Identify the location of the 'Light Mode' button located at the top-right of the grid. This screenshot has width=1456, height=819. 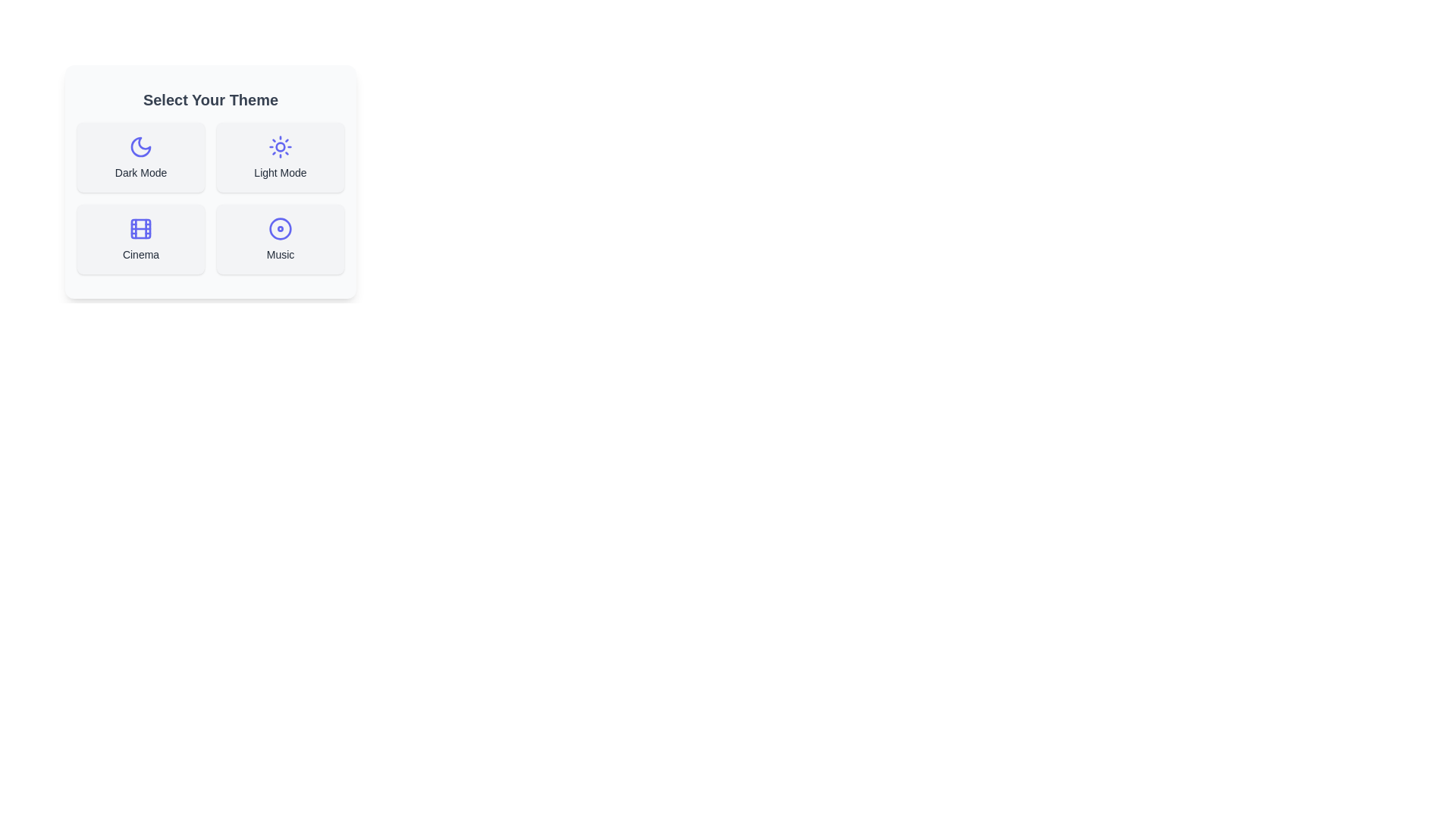
(280, 158).